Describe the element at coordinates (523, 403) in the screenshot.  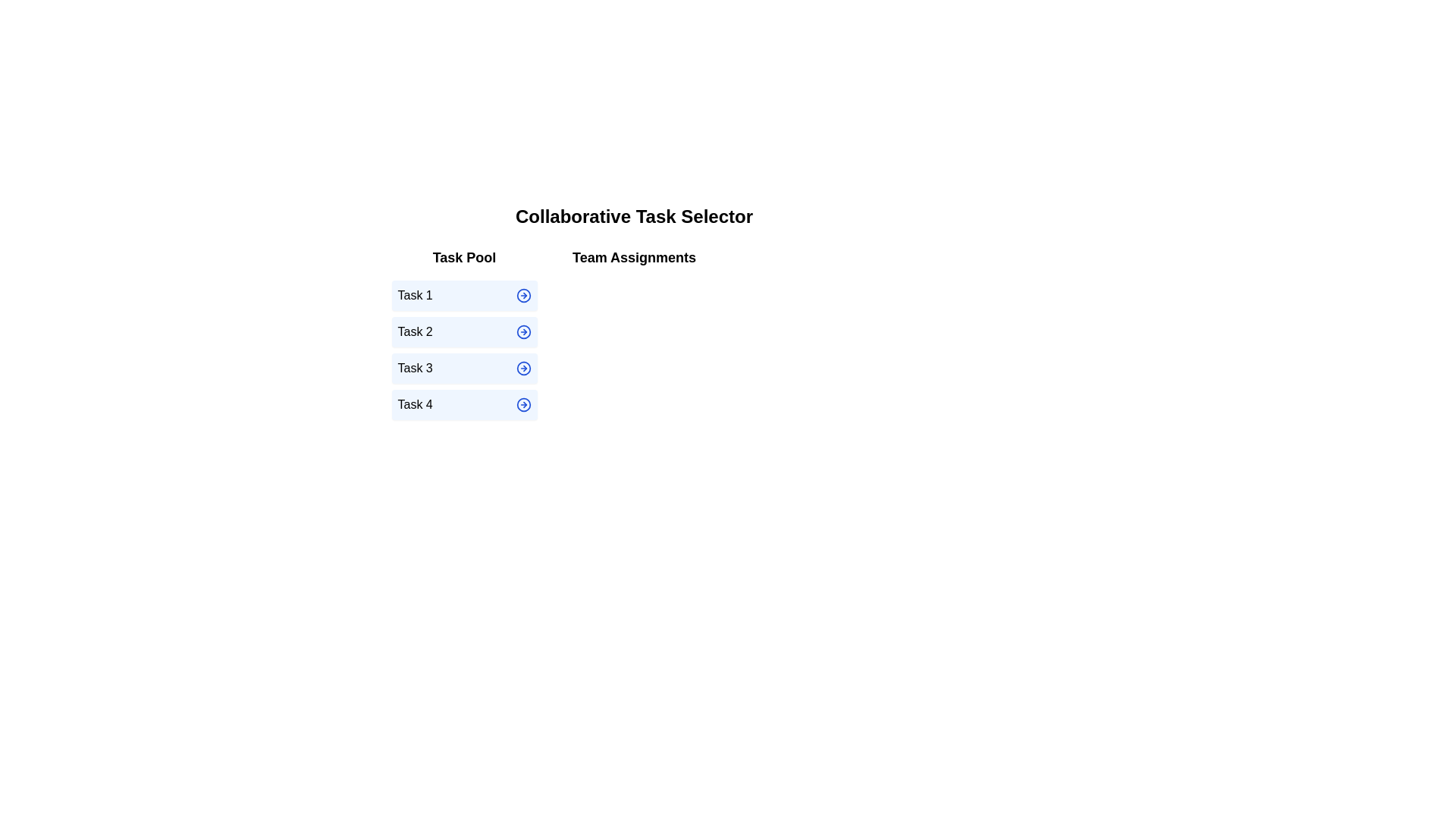
I see `the arrow icon next to the task Task 4 in the Task Pool to move it to Team Assignments` at that location.